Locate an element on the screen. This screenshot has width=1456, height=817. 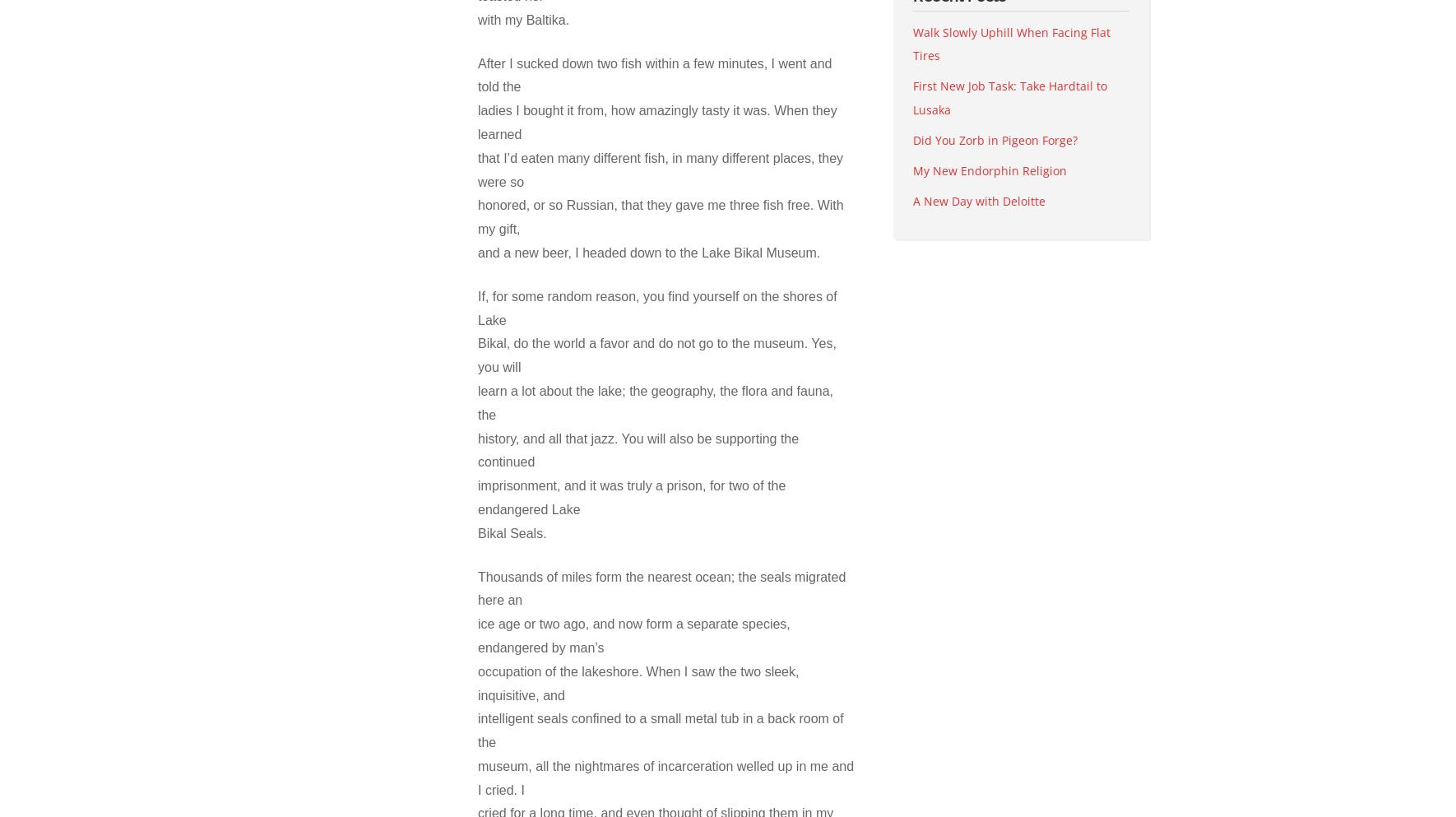
'history, and all that jazz. You will also be supporting the continued' is located at coordinates (638, 449).